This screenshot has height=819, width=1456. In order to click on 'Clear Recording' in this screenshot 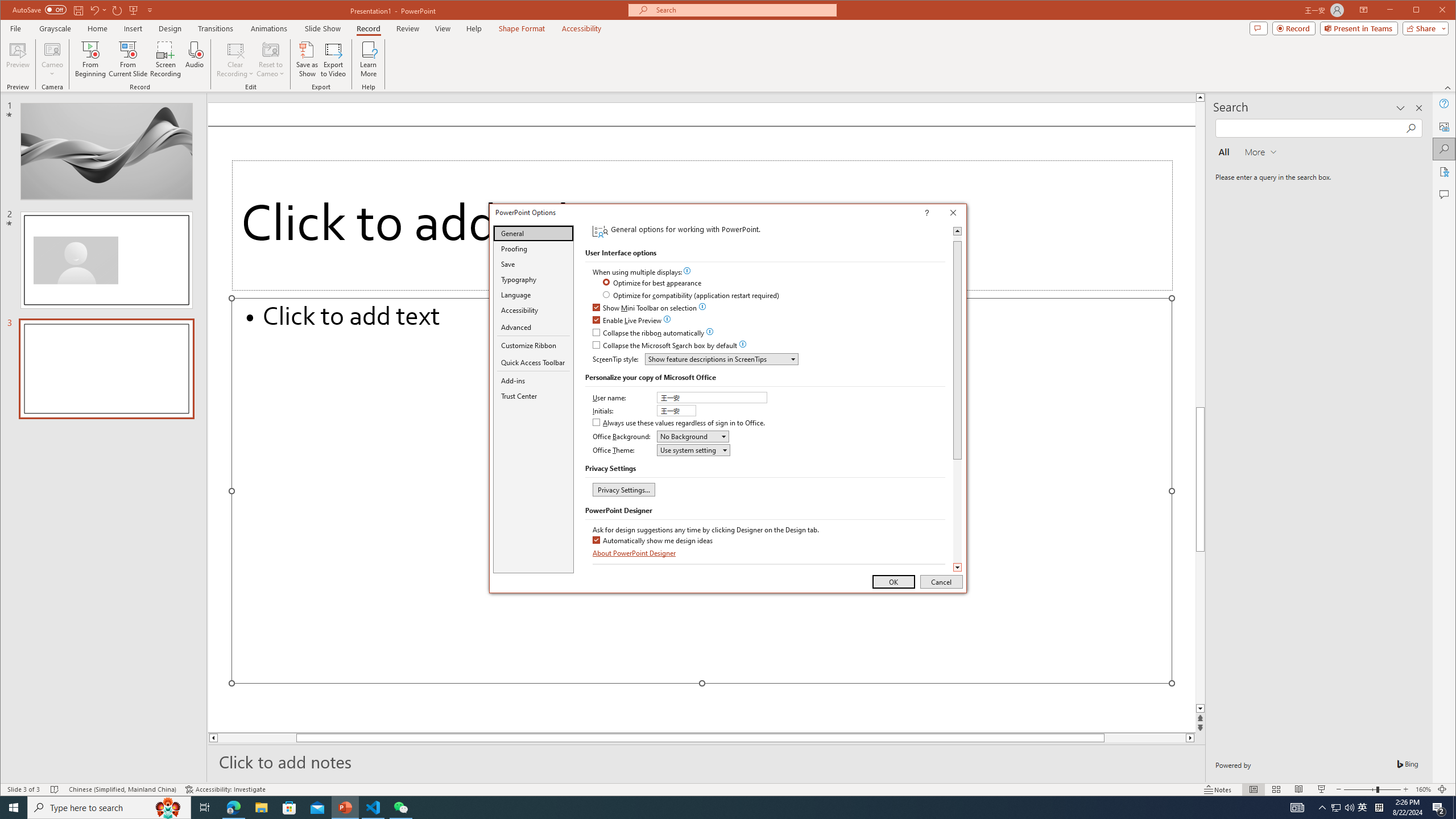, I will do `click(234, 59)`.